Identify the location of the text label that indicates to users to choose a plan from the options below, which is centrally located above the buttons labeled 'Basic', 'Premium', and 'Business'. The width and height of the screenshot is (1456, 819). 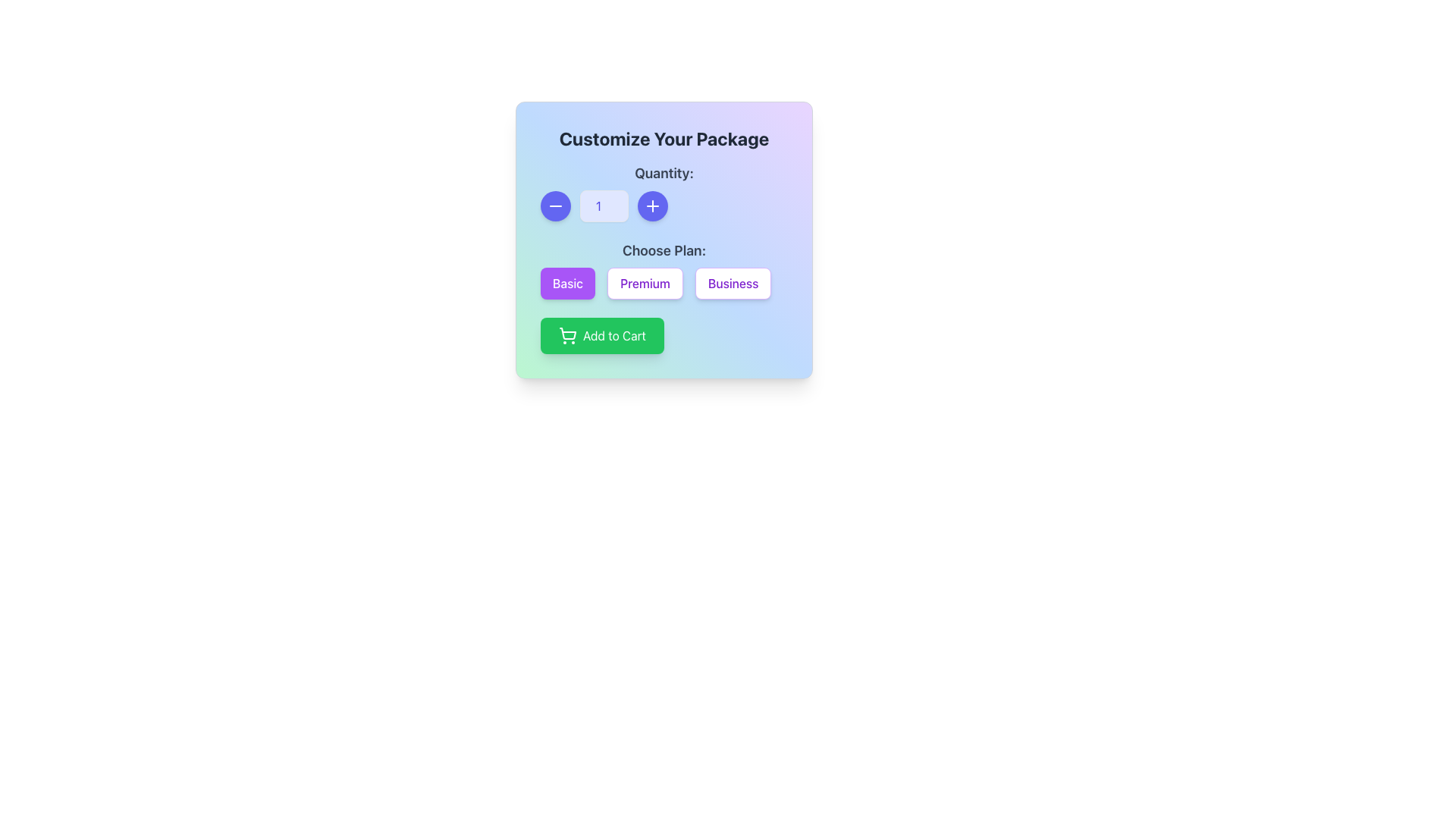
(664, 250).